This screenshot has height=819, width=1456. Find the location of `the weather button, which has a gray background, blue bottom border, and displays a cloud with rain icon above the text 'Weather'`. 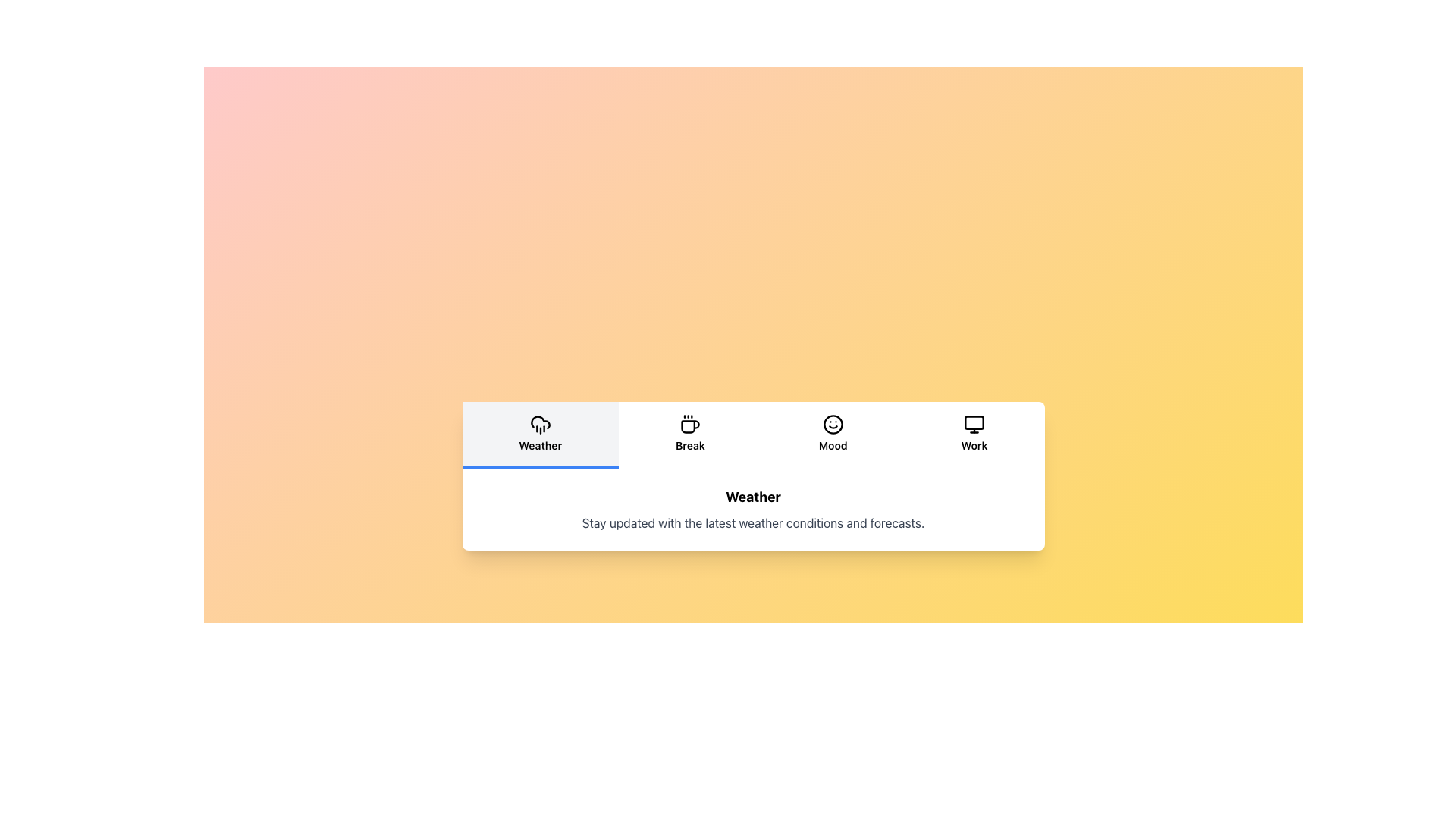

the weather button, which has a gray background, blue bottom border, and displays a cloud with rain icon above the text 'Weather' is located at coordinates (540, 435).